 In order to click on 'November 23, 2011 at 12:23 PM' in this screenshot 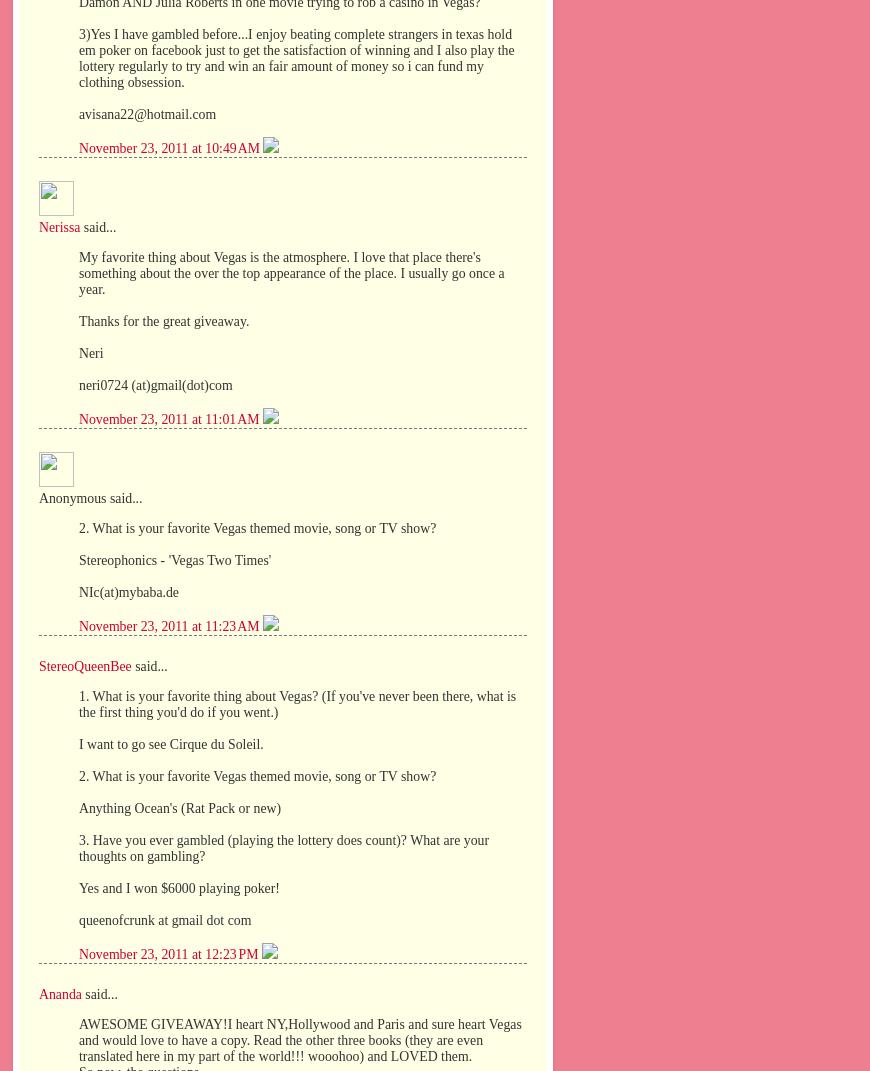, I will do `click(168, 952)`.